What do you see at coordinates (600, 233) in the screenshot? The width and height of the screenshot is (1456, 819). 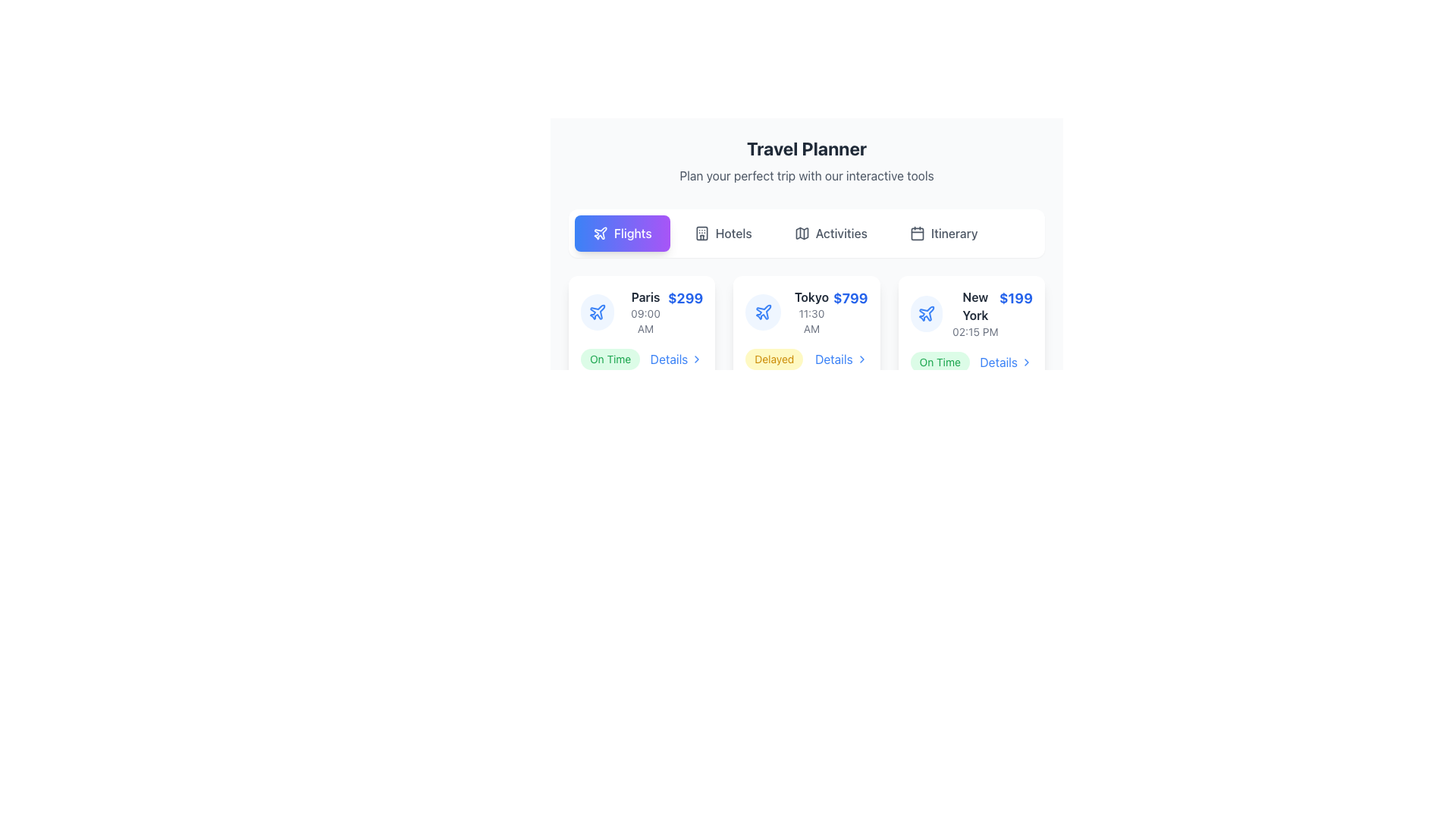 I see `the airplane icon in the 'Flights' section of the navigation bar, which serves as a visual cue for flight information` at bounding box center [600, 233].